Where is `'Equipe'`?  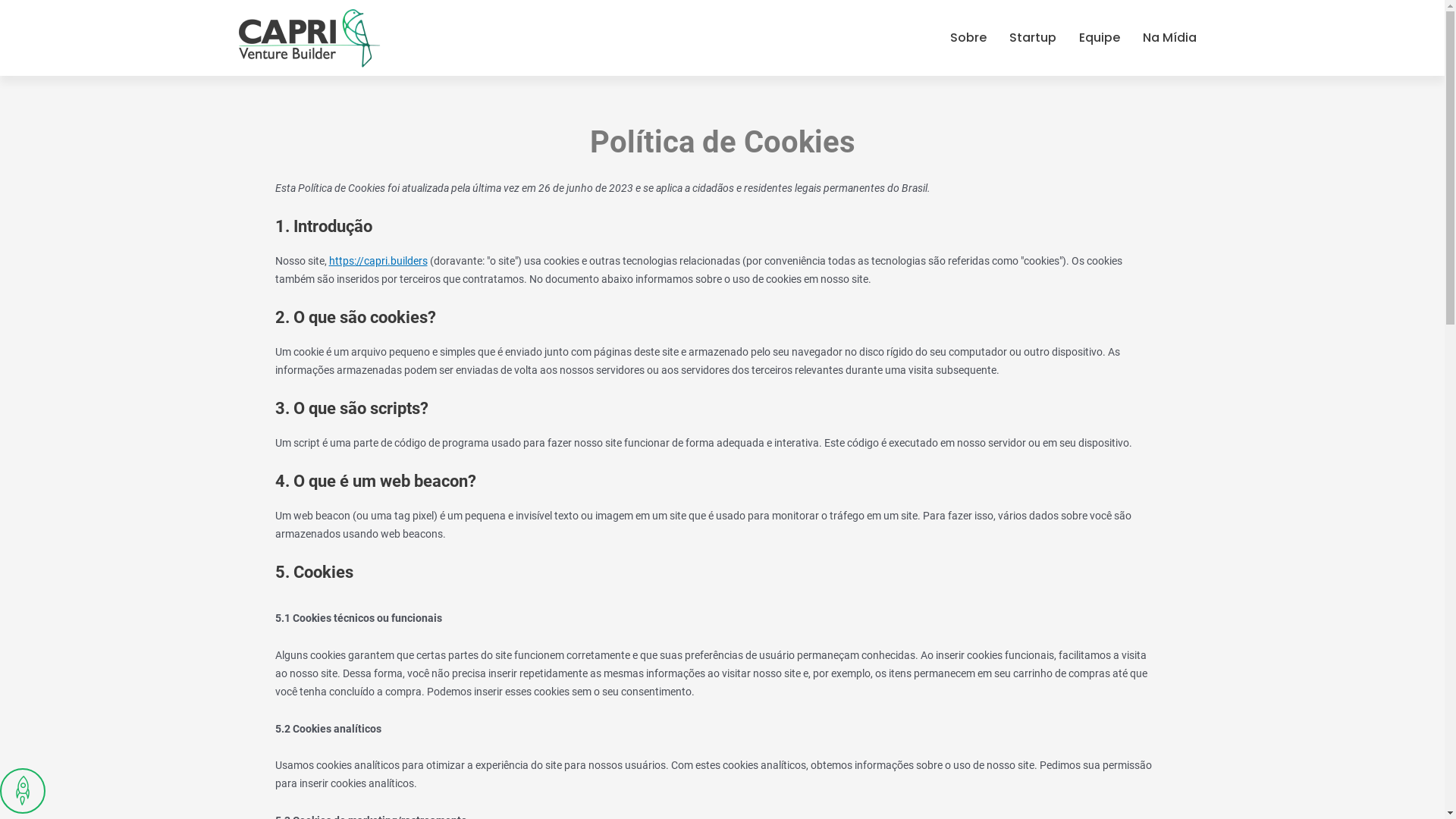 'Equipe' is located at coordinates (1099, 37).